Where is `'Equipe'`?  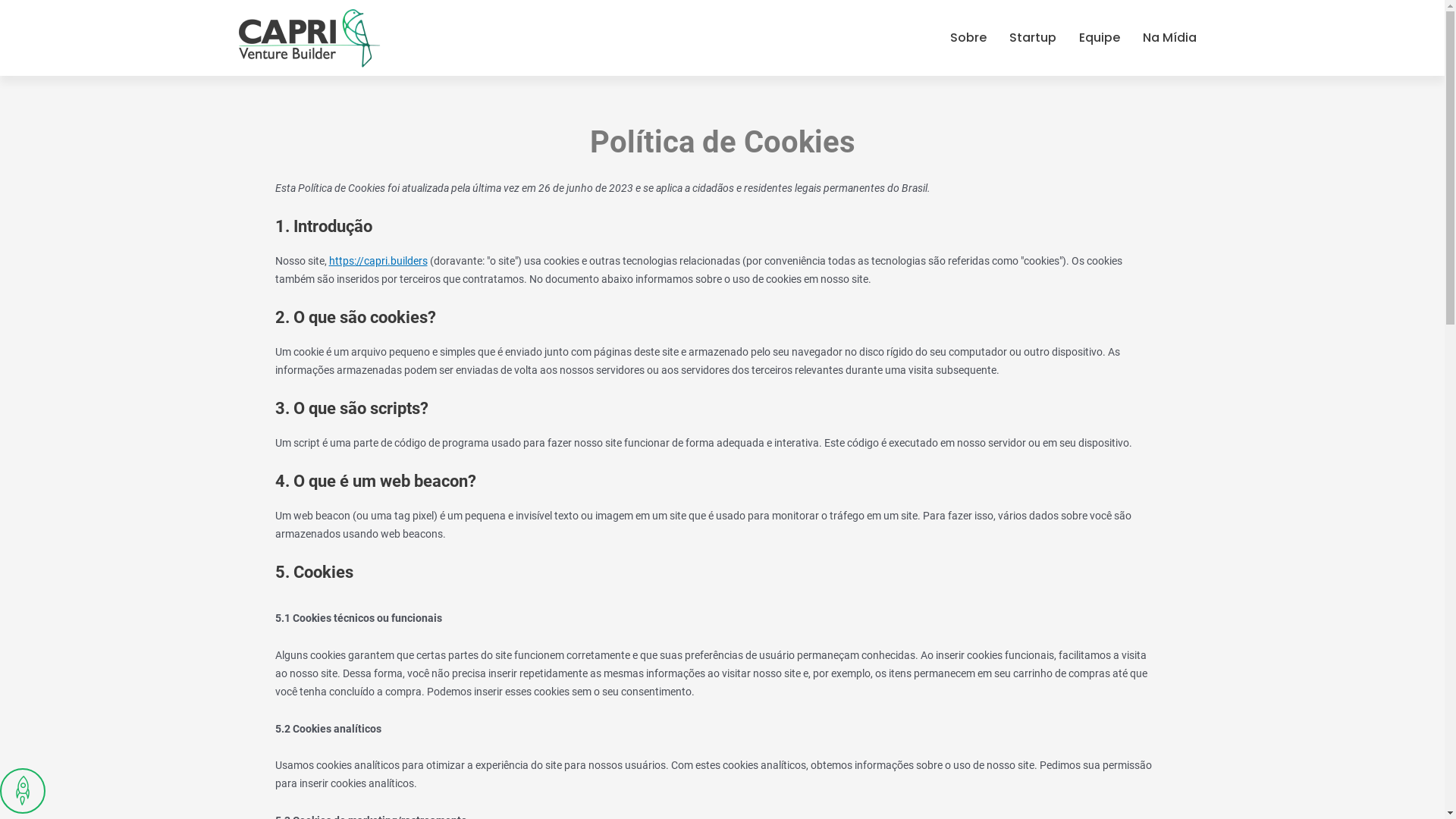 'Equipe' is located at coordinates (1099, 37).